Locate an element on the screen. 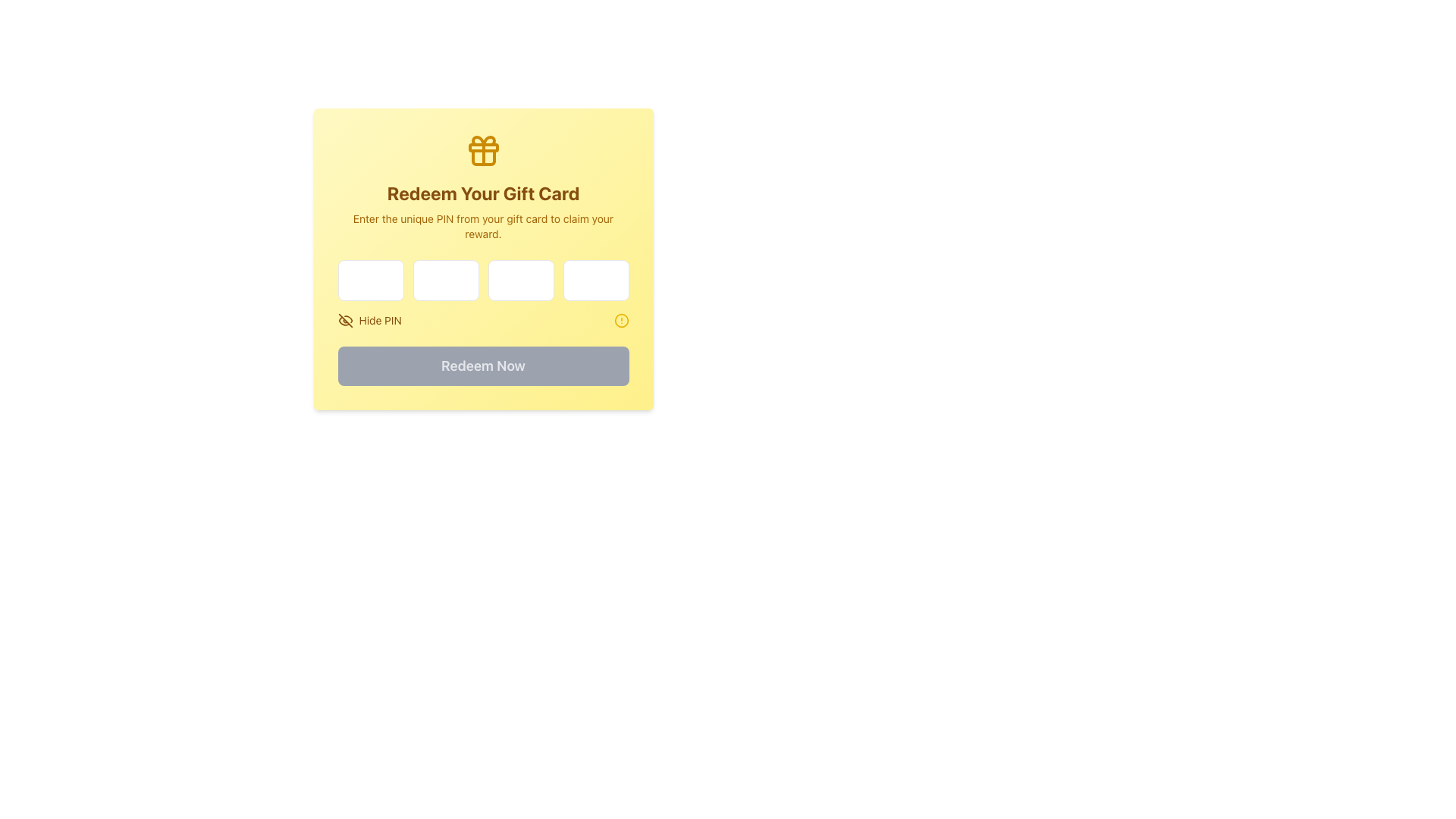 The width and height of the screenshot is (1456, 819). the icon to the left of the label 'Hide PIN' within the yellow card interface is located at coordinates (344, 320).